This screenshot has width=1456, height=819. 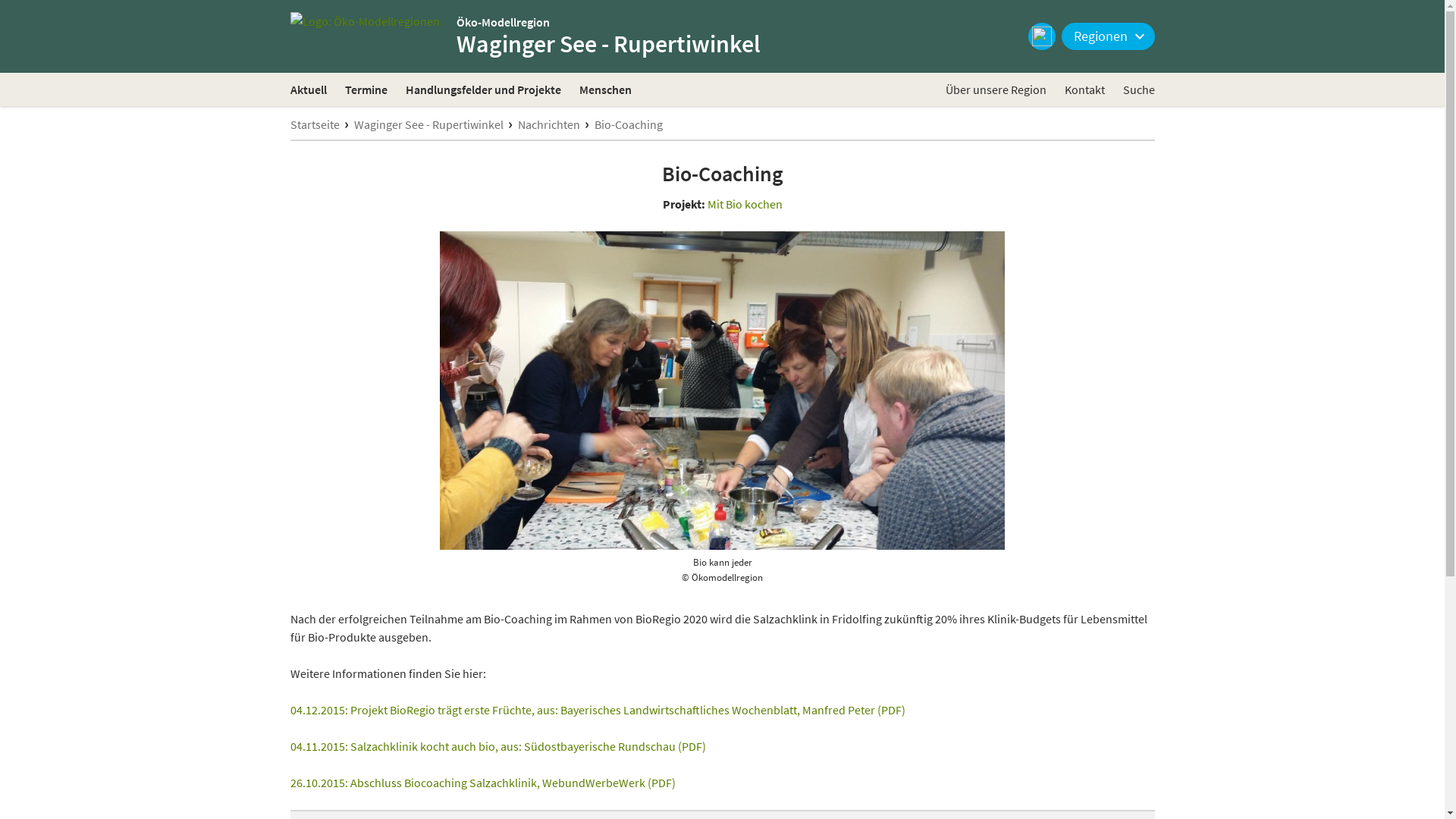 What do you see at coordinates (404, 89) in the screenshot?
I see `'Handlungsfelder und Projekte'` at bounding box center [404, 89].